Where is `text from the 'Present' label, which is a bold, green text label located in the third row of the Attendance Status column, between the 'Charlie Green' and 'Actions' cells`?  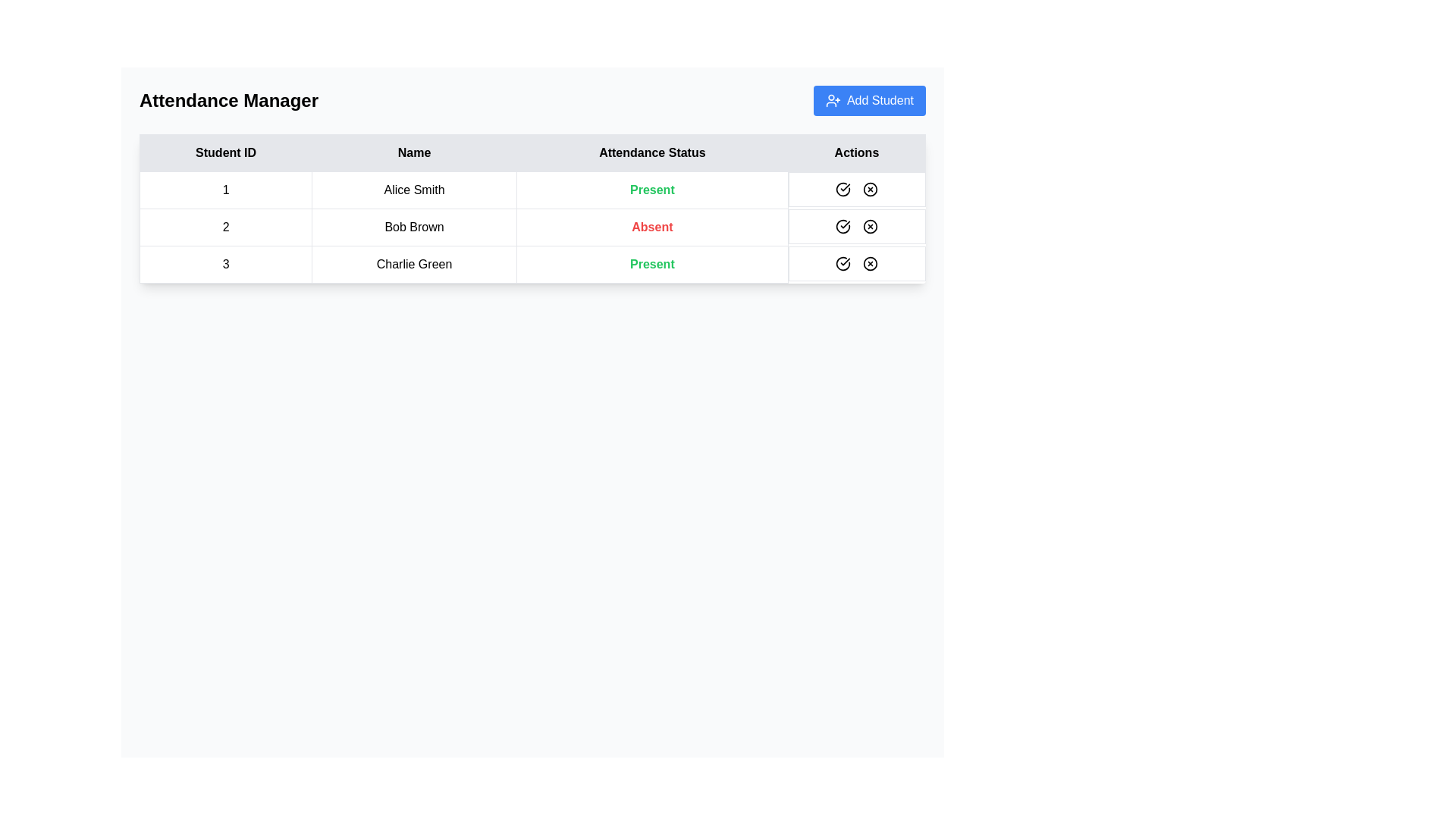
text from the 'Present' label, which is a bold, green text label located in the third row of the Attendance Status column, between the 'Charlie Green' and 'Actions' cells is located at coordinates (652, 263).